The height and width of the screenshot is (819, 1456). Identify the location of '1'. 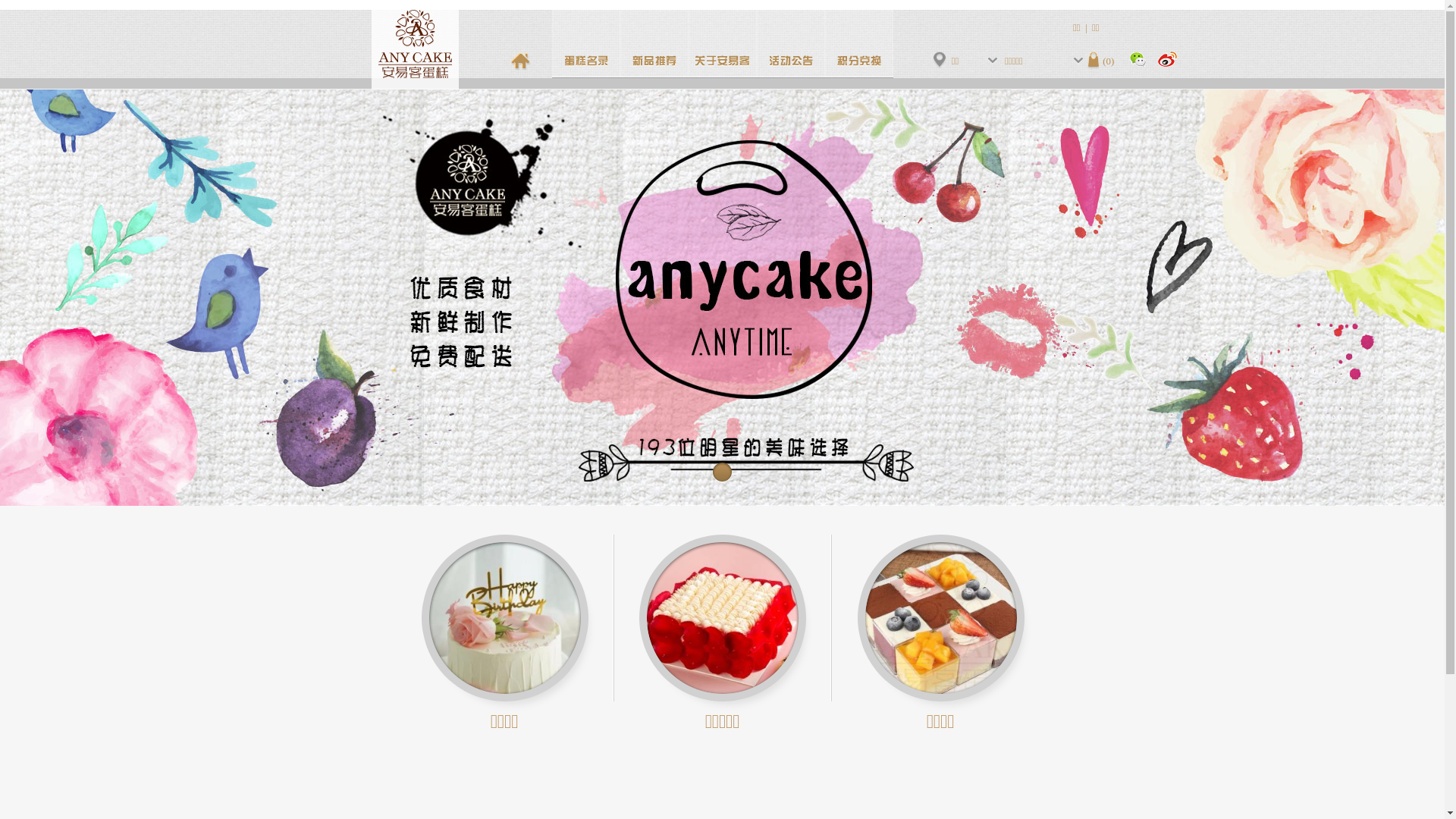
(721, 472).